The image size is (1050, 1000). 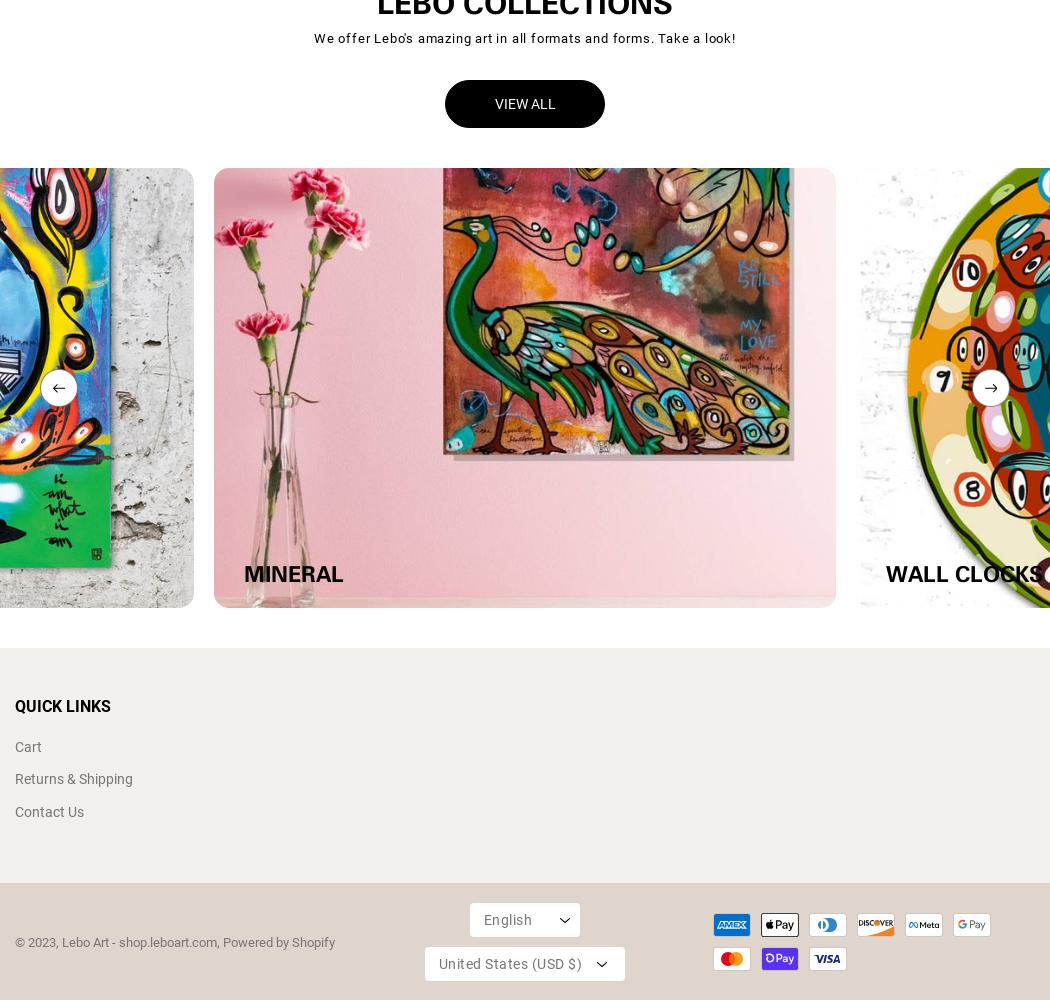 I want to click on 'We offer Lebo's amazing art in all formats and forms. Take a look!', so click(x=313, y=38).